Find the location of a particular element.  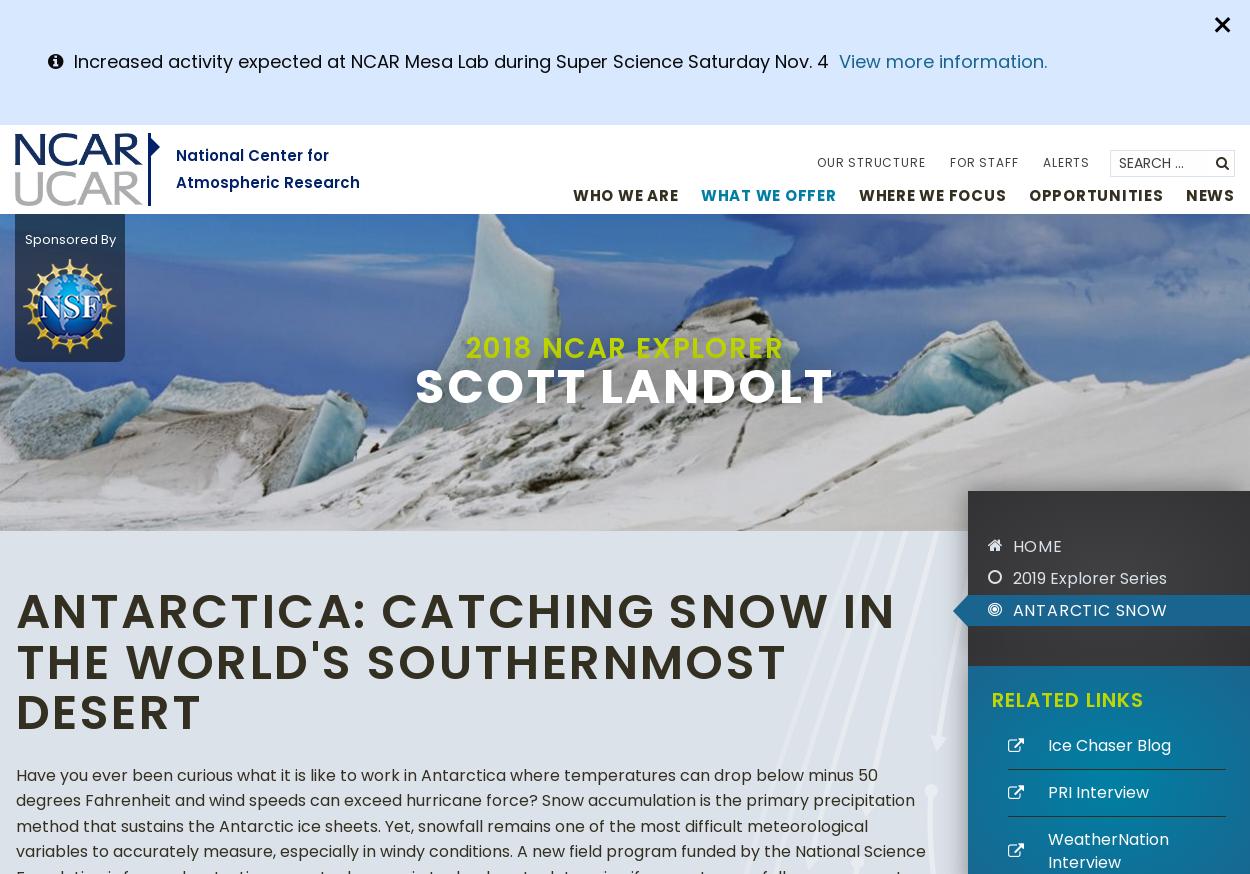

'Increased activity expected at NCAR Mesa Lab during Super Science Saturday Nov. 4' is located at coordinates (73, 60).